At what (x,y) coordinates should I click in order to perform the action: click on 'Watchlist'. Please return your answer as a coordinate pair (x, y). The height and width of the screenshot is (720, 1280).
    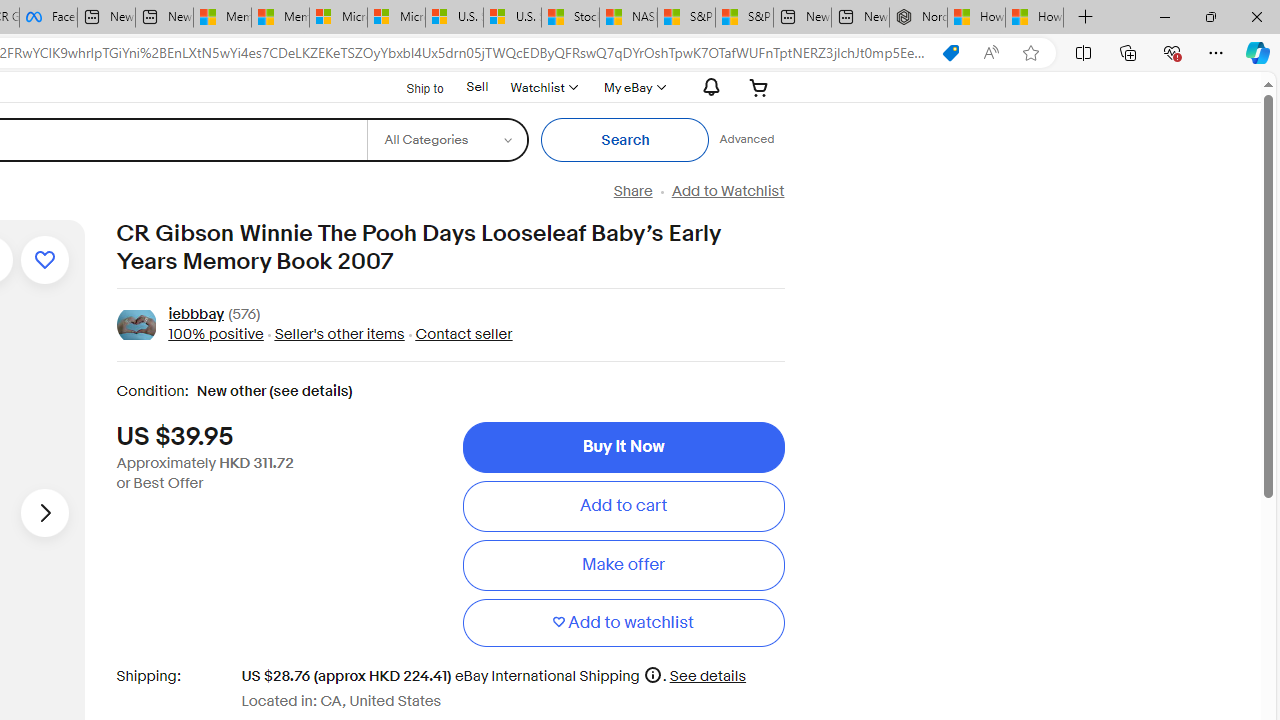
    Looking at the image, I should click on (543, 86).